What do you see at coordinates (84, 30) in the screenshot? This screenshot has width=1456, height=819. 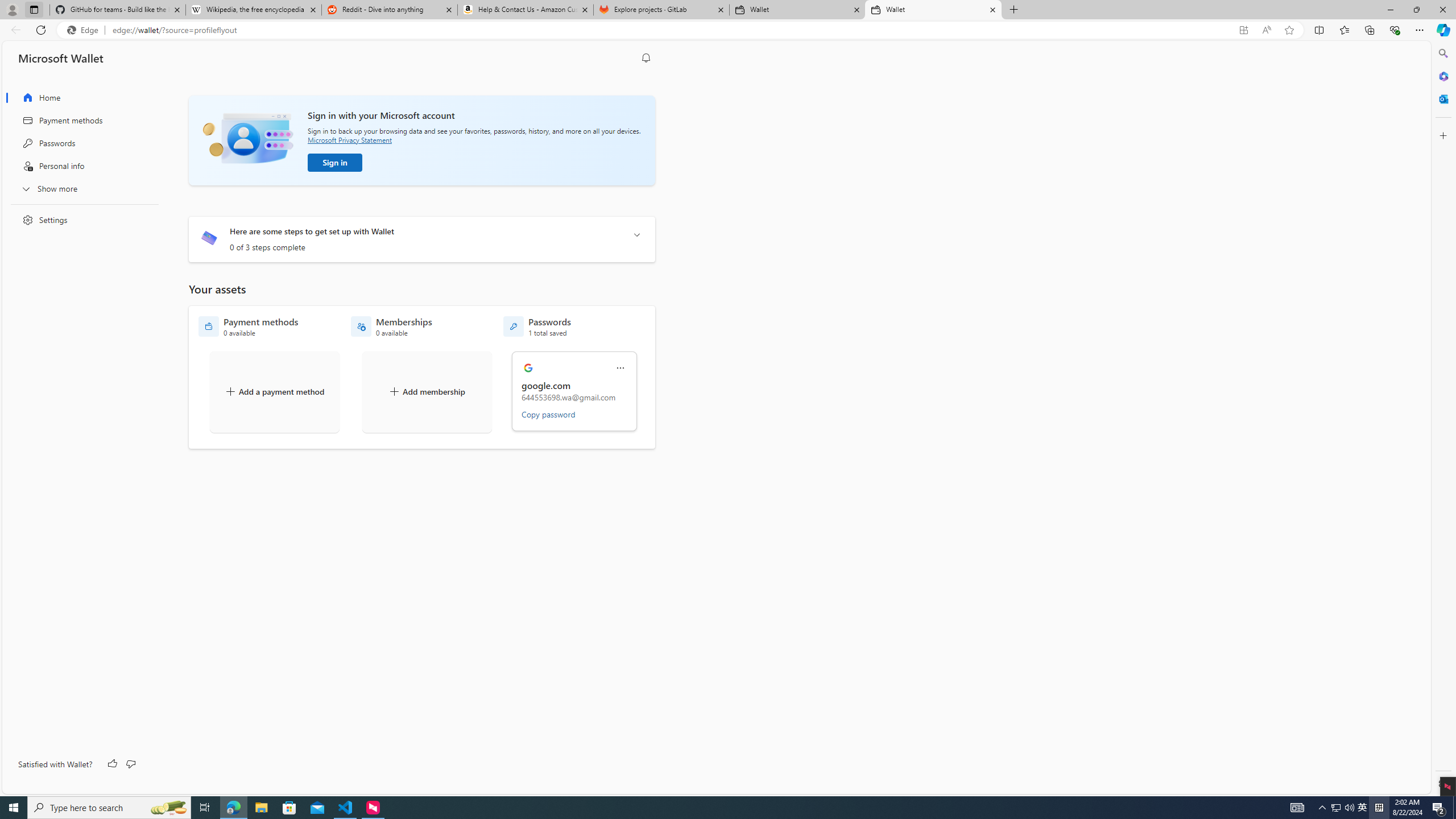 I see `'Edge'` at bounding box center [84, 30].